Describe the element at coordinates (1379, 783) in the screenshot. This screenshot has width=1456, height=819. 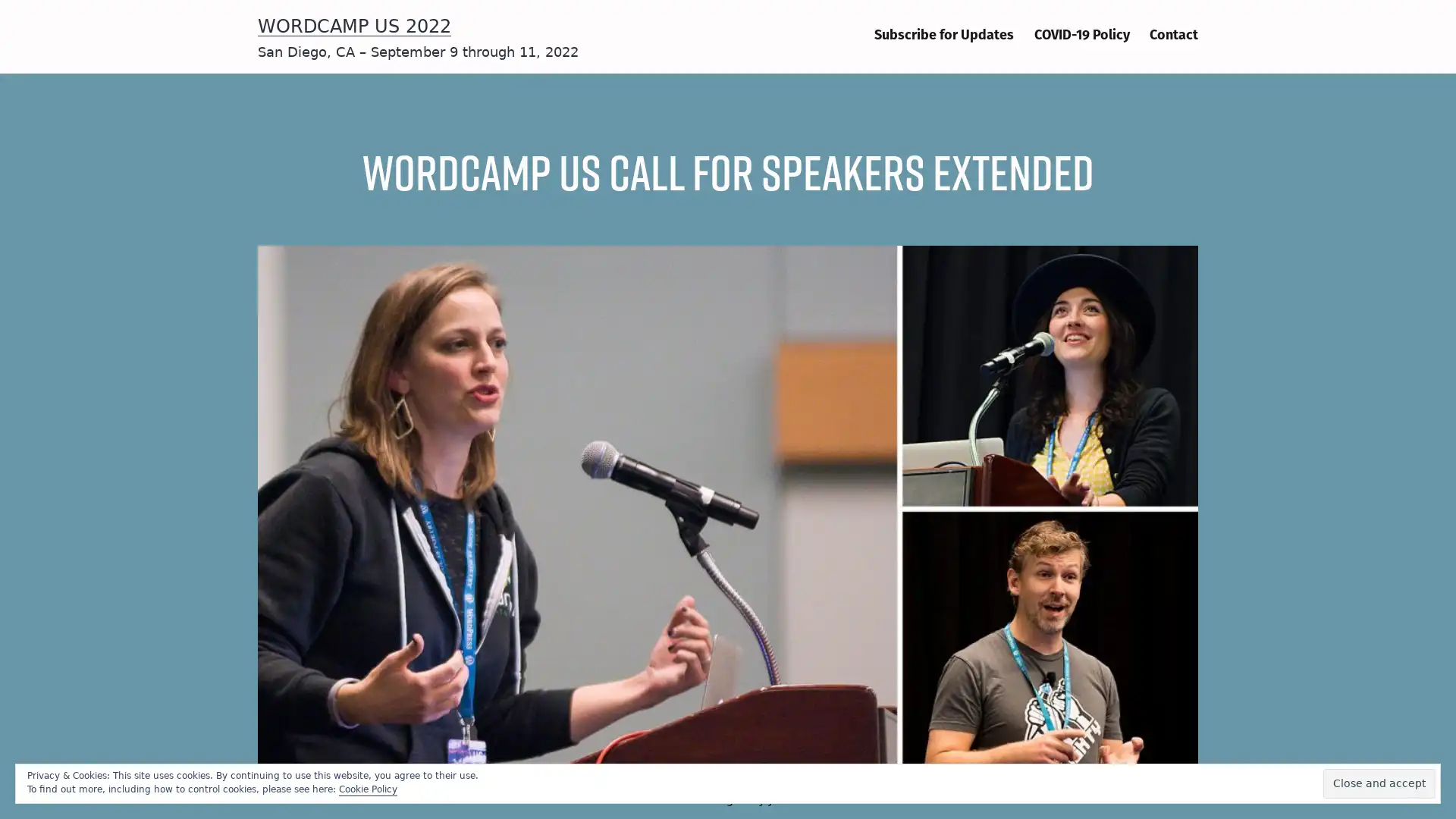
I see `Close and accept` at that location.